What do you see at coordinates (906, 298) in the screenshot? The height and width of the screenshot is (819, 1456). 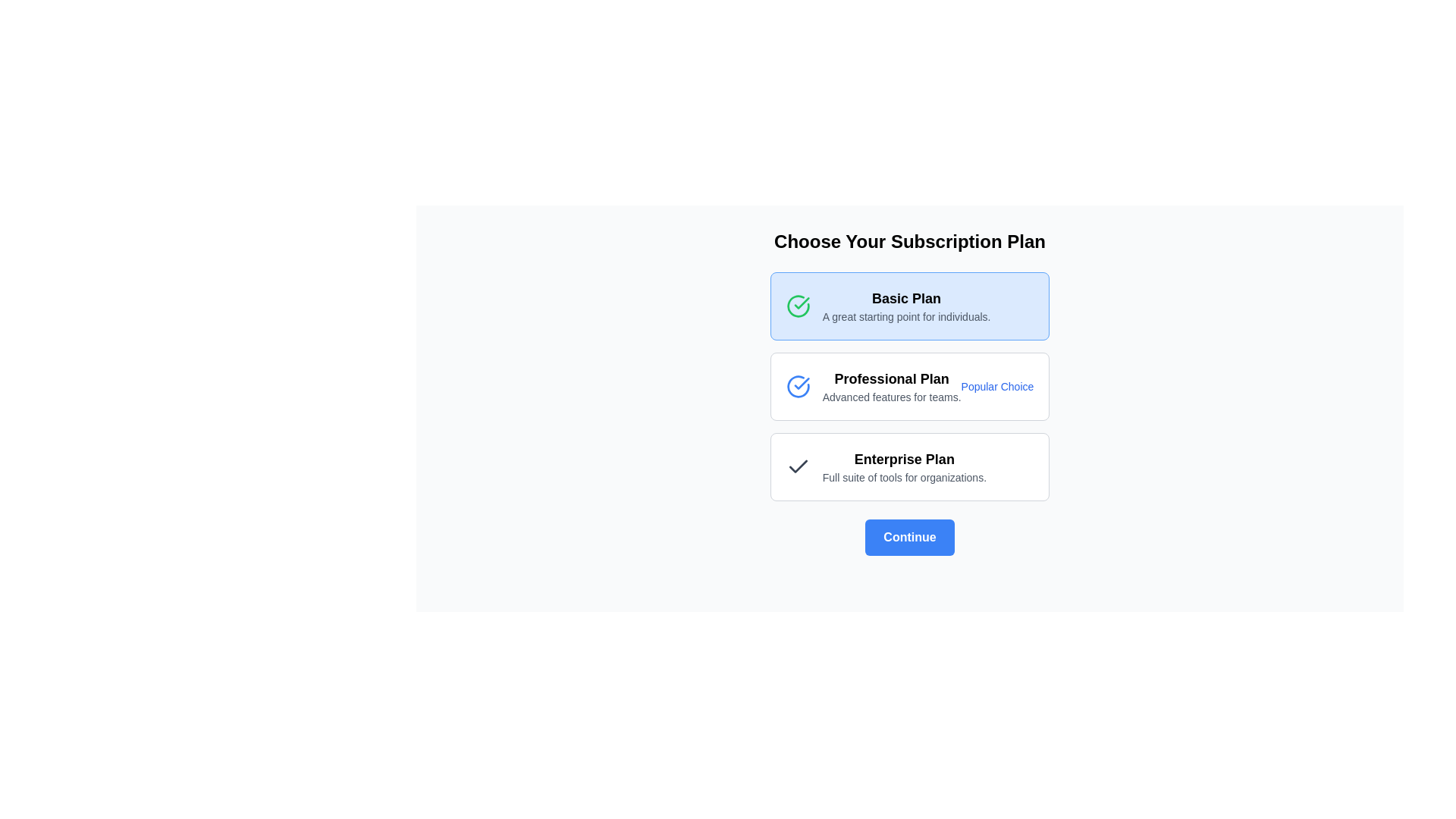 I see `the 'Basic Plan' text label, which is styled prominently in bold black font and is located at the top-left of the 'Basic Plan' card with a light blue background` at bounding box center [906, 298].